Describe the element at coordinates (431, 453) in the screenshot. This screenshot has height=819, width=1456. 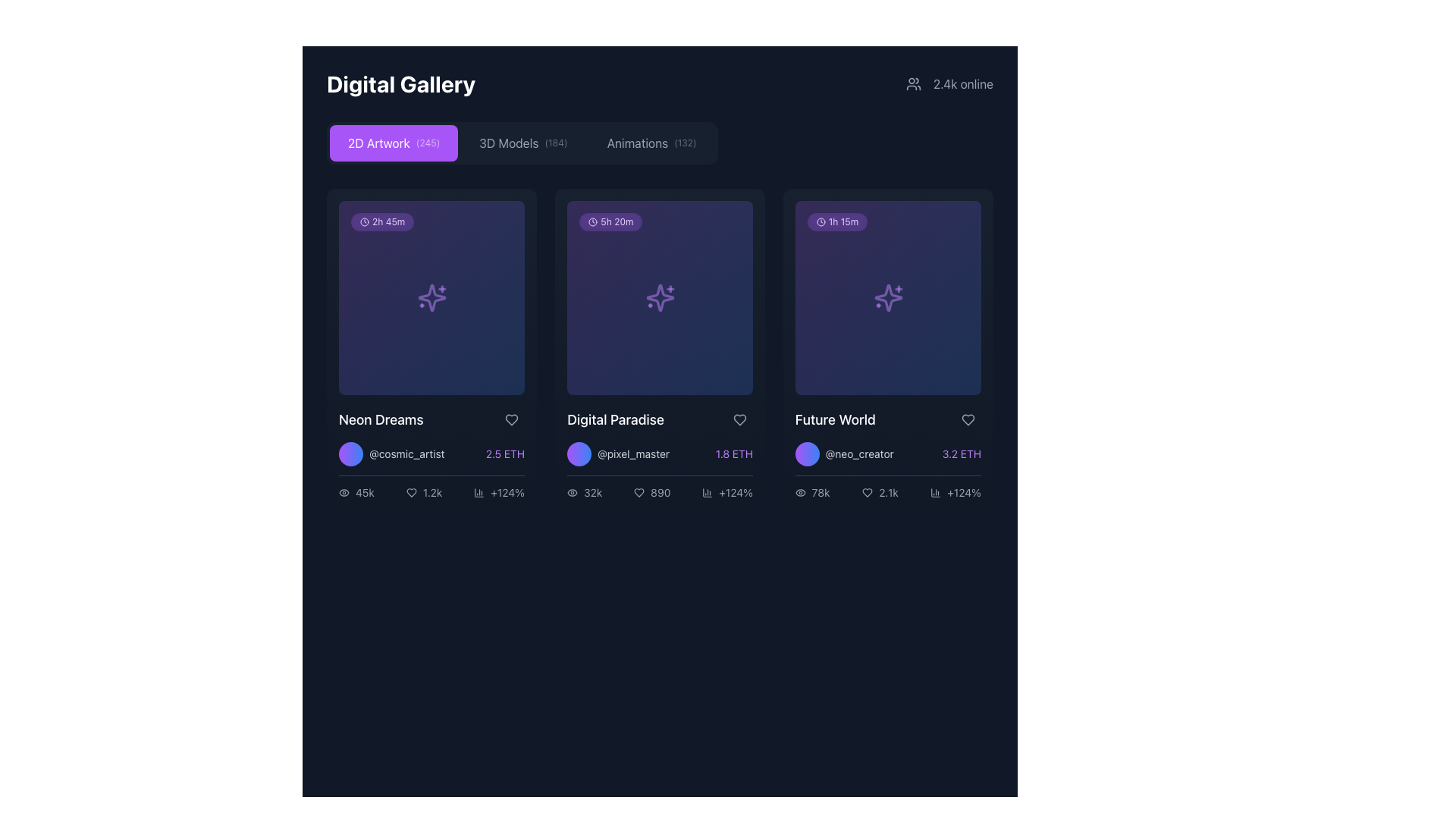
I see `the digital artwork card located in the bottom-left quadrant of the interface` at that location.